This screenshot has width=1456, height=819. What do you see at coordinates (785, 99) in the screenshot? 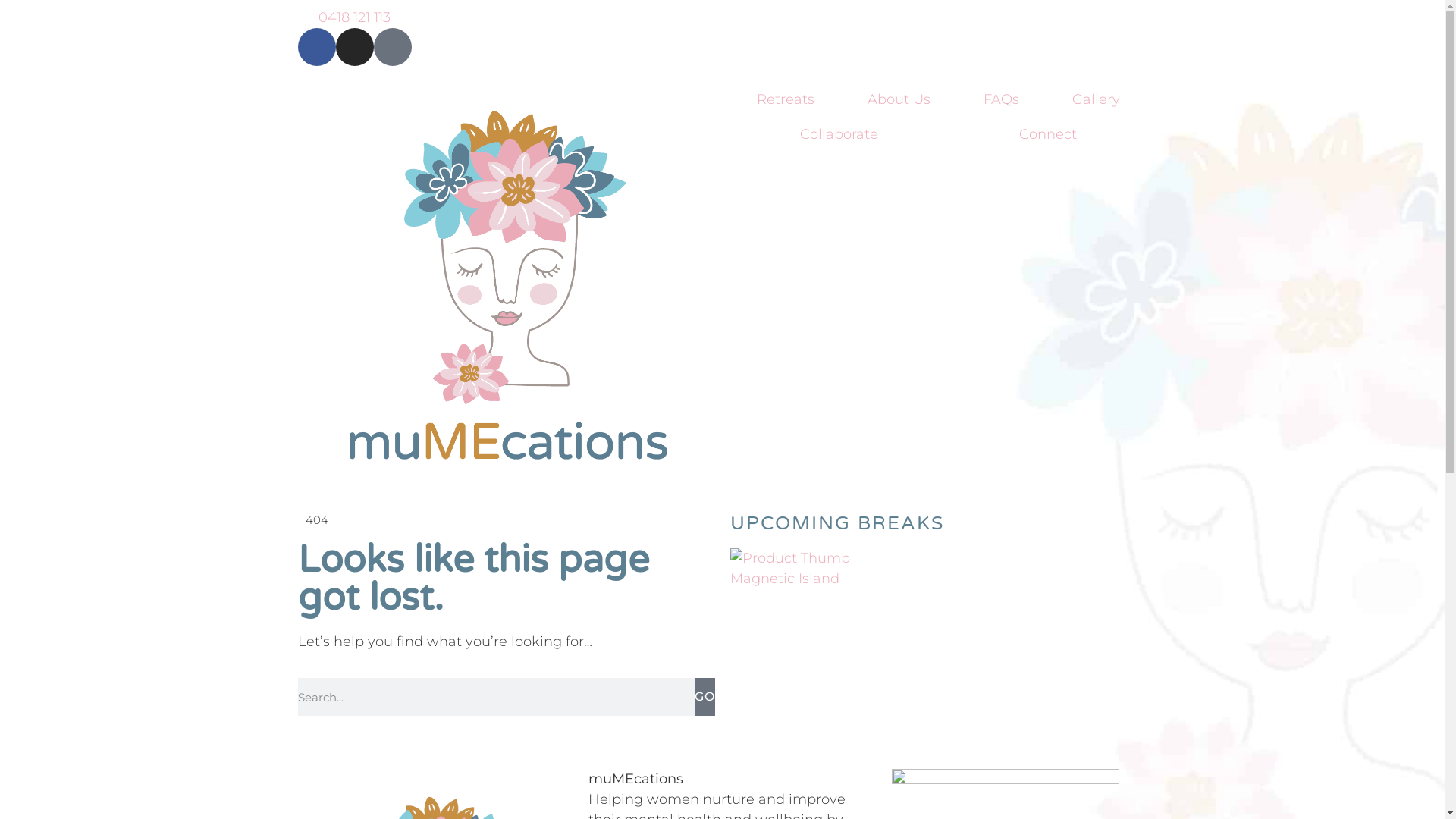
I see `'Retreats'` at bounding box center [785, 99].